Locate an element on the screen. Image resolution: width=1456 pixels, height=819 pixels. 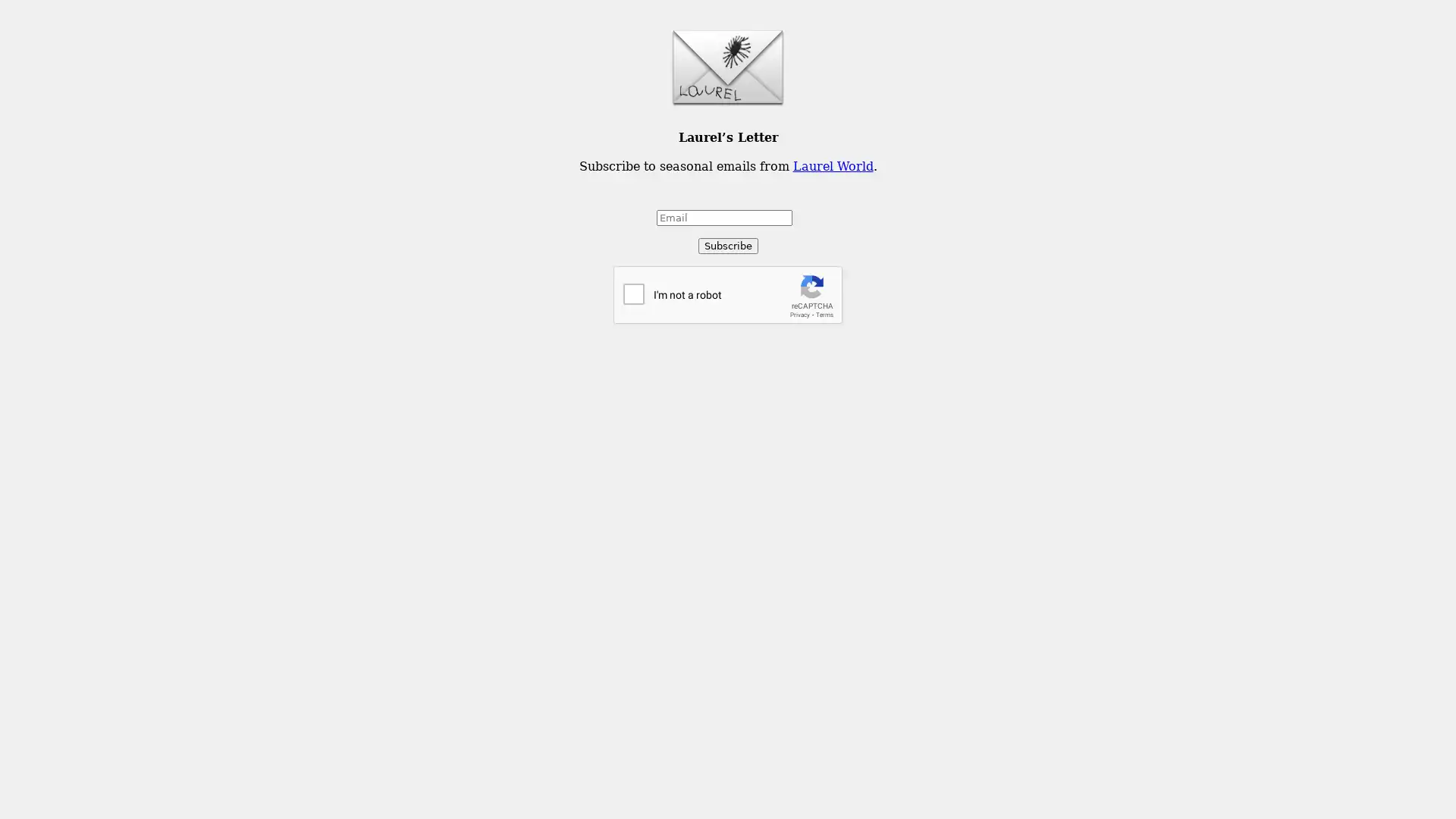
Subscribe is located at coordinates (726, 245).